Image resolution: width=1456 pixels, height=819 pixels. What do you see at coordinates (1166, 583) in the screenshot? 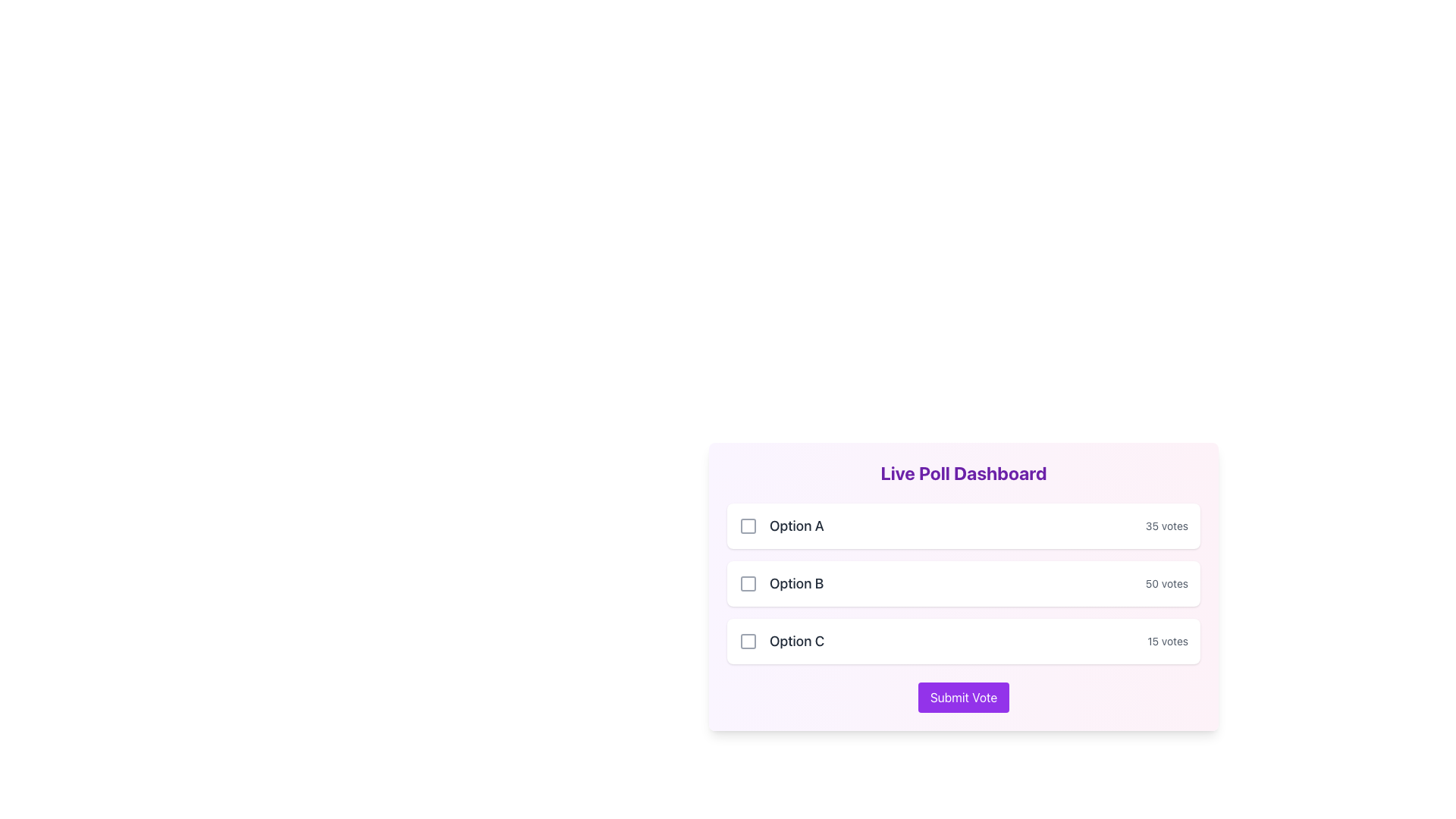
I see `the static text element displaying '50 votes' which is styled in gray and positioned to the right of 'Option B'` at bounding box center [1166, 583].